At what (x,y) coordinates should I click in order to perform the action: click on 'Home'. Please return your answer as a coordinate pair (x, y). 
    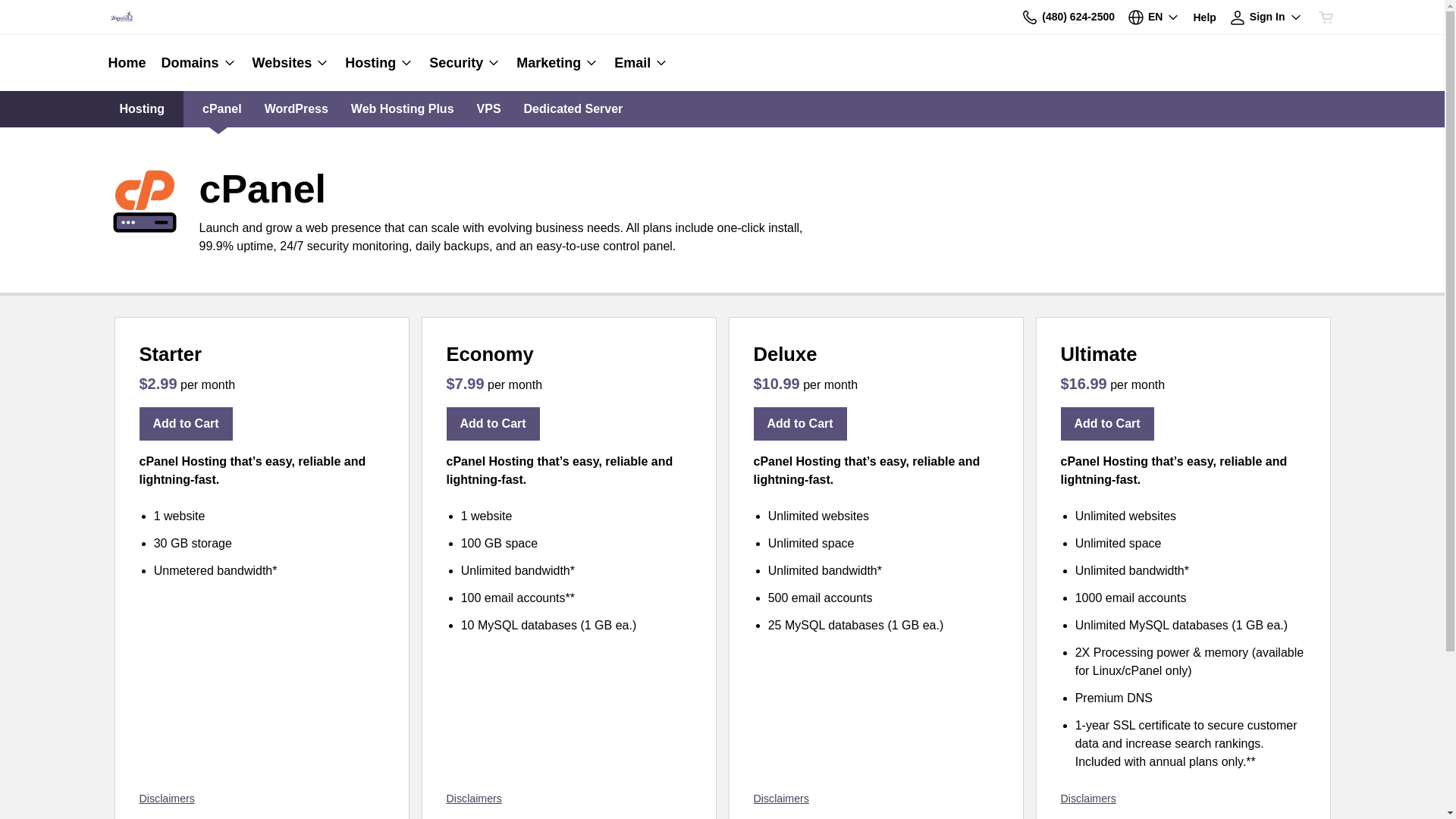
    Looking at the image, I should click on (130, 62).